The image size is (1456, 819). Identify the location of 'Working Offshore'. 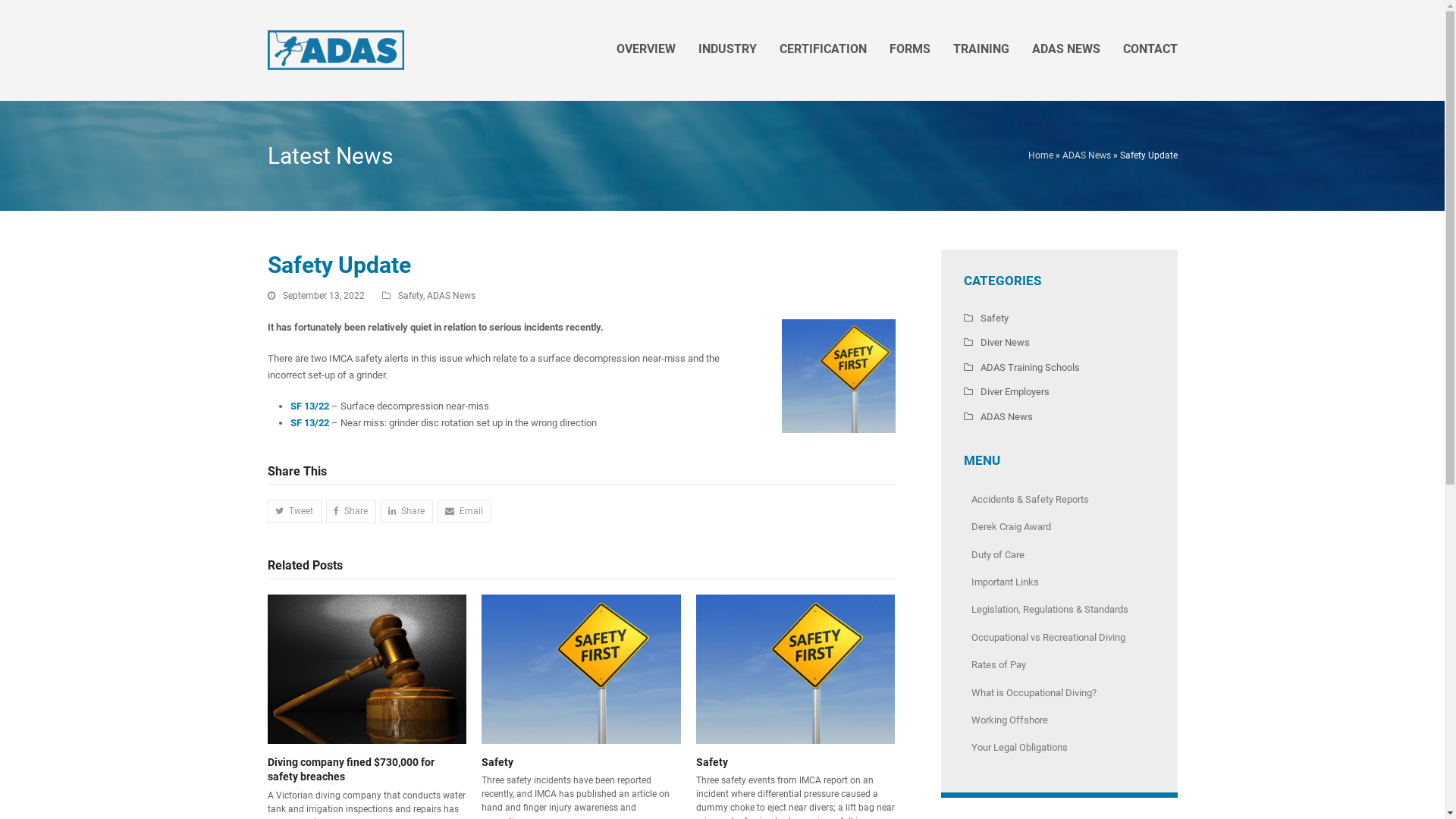
(1058, 719).